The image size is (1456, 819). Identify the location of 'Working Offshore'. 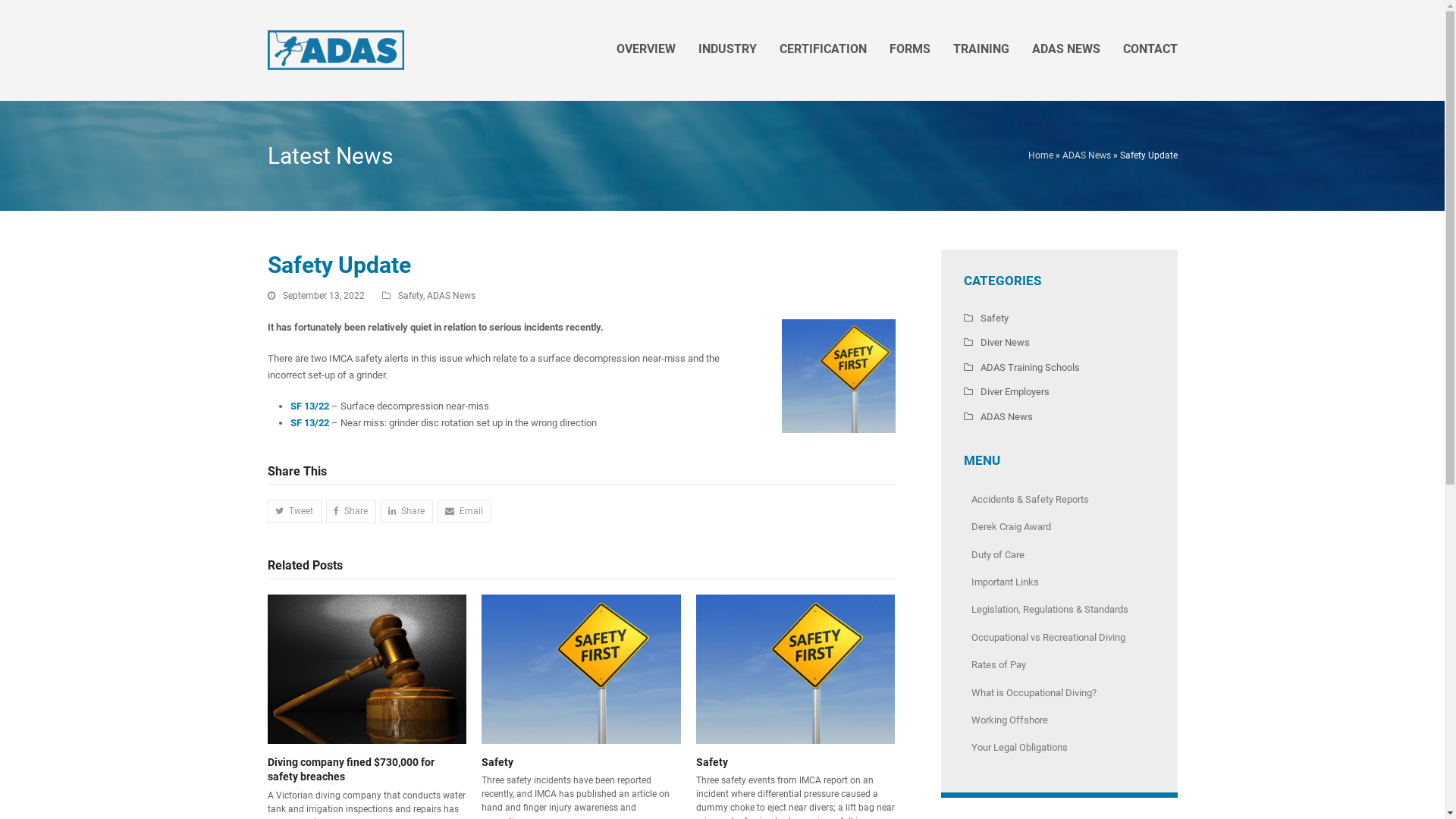
(1058, 719).